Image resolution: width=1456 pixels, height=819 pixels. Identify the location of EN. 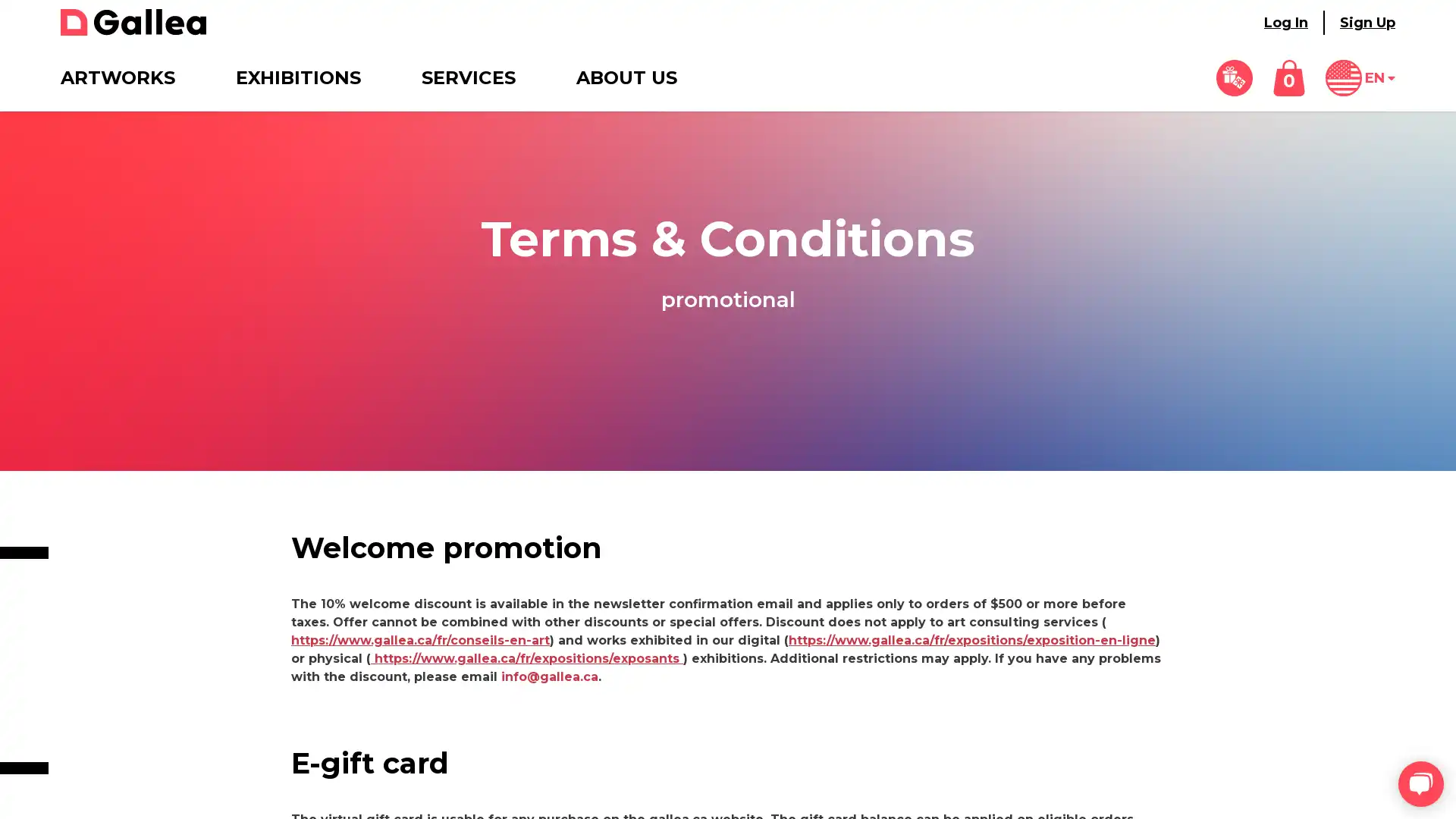
(1360, 78).